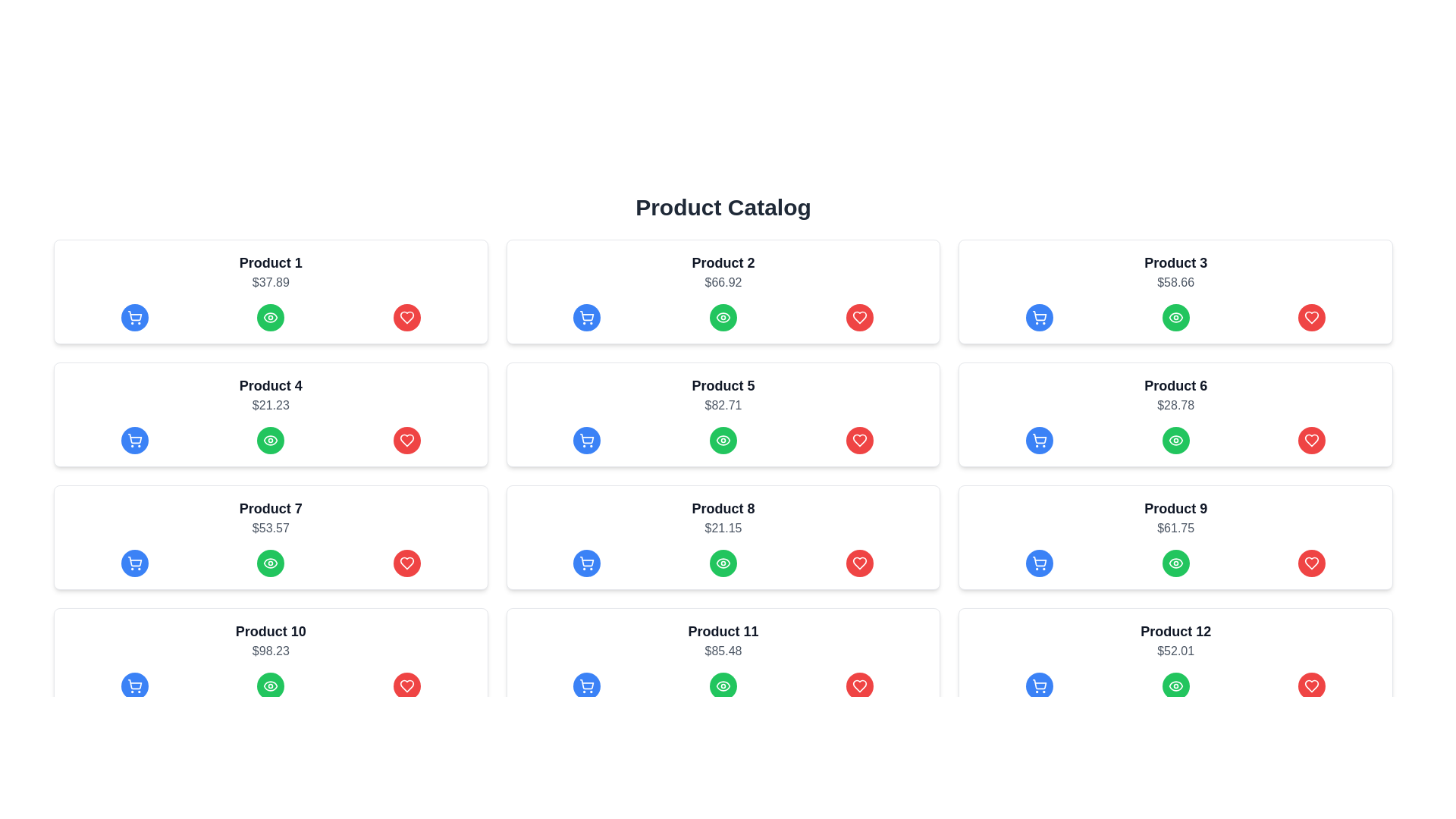  I want to click on the visibility icon located in the ninth product card of the catalog layout, which allows the user, so click(1175, 441).